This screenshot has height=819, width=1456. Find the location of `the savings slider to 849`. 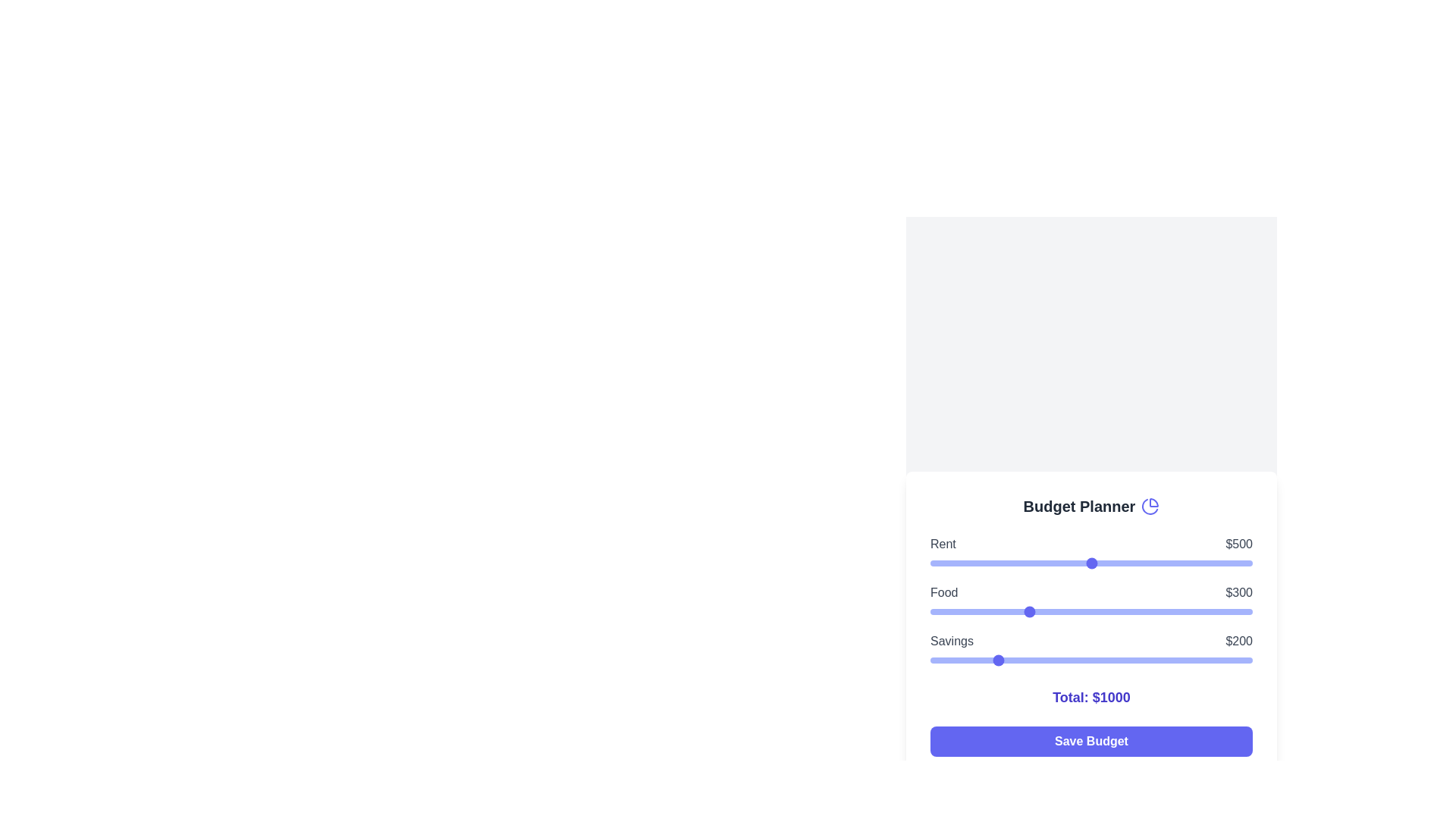

the savings slider to 849 is located at coordinates (1203, 660).